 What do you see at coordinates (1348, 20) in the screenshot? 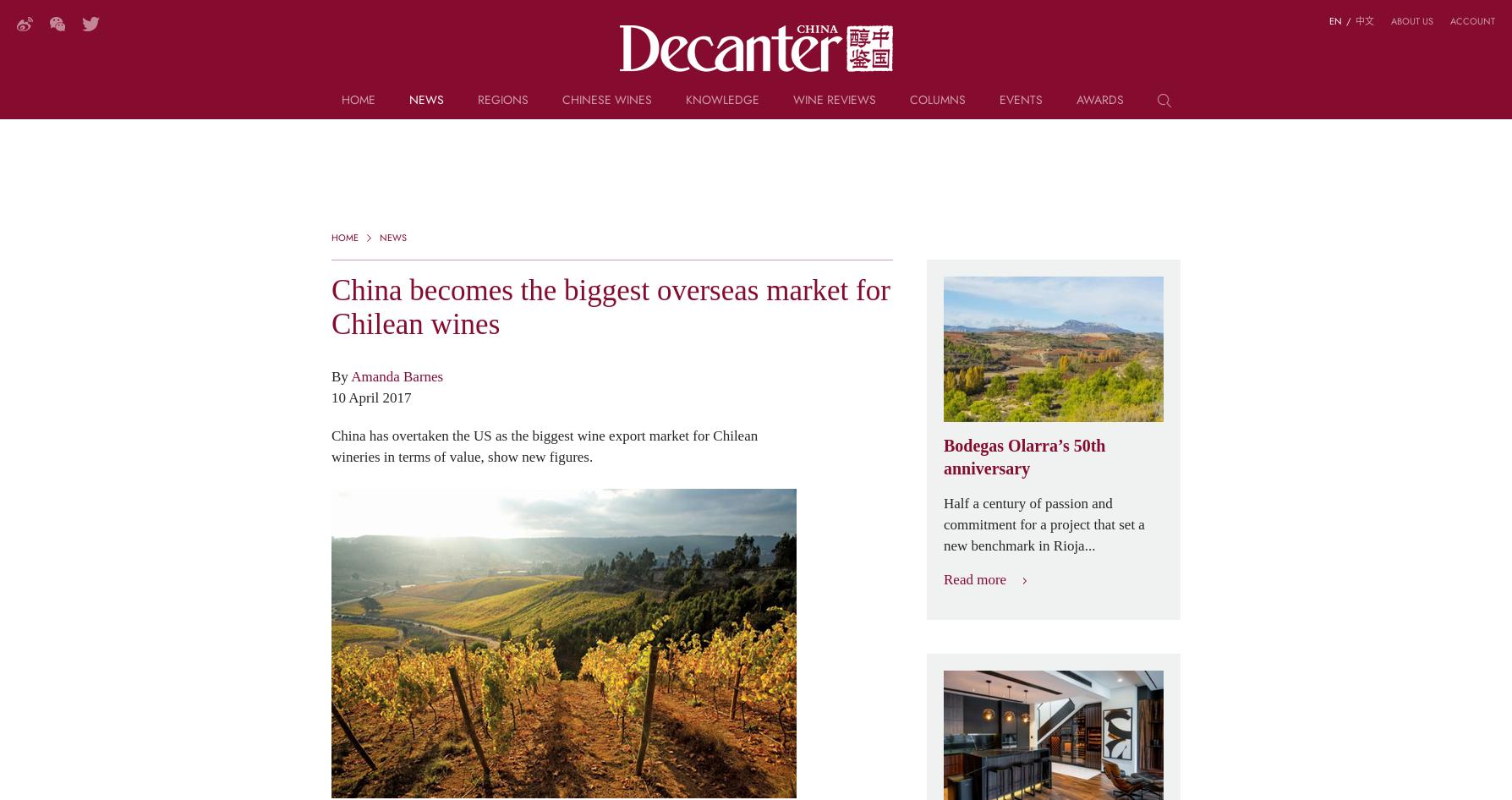
I see `'/'` at bounding box center [1348, 20].